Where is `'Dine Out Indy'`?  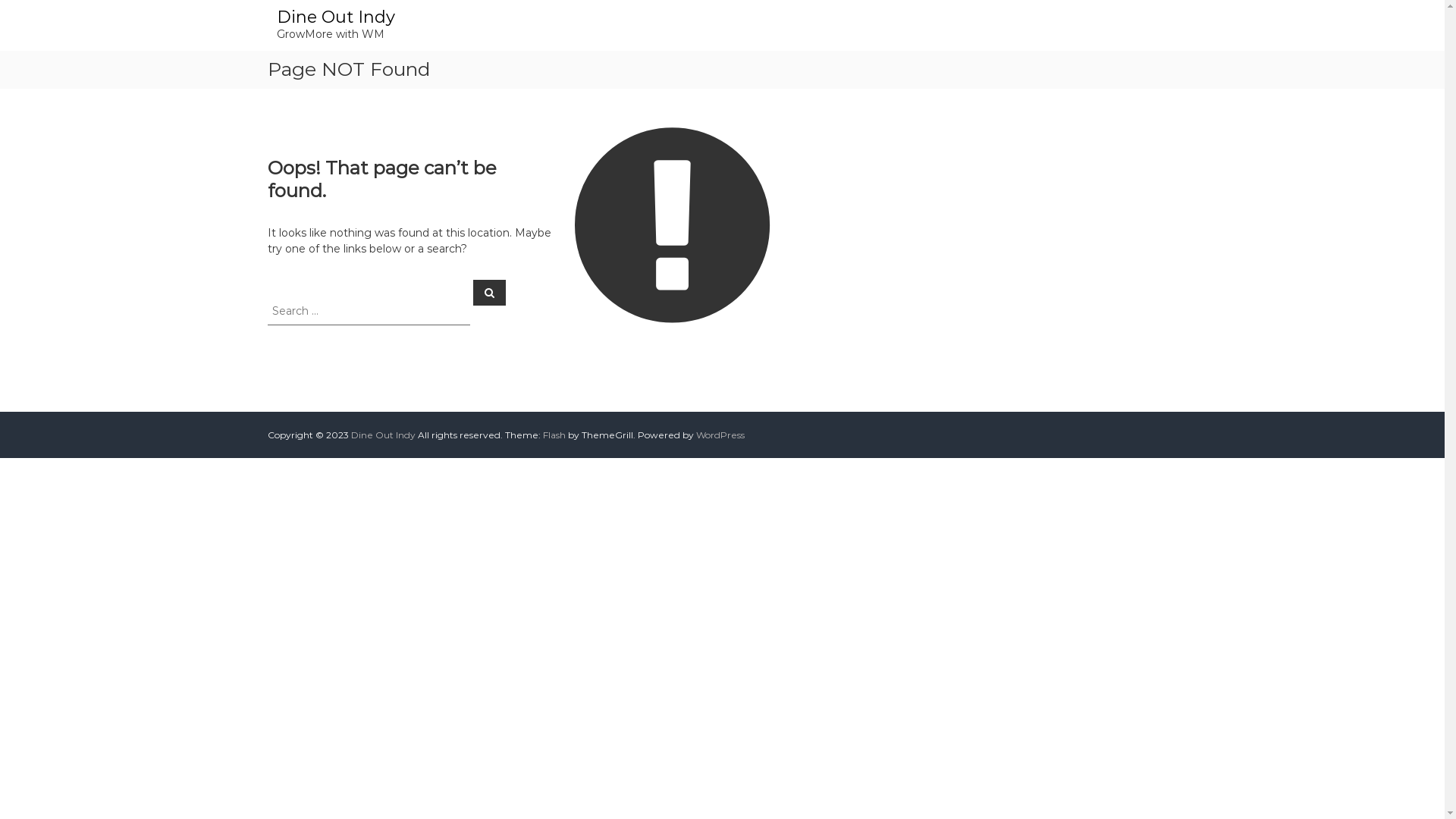 'Dine Out Indy' is located at coordinates (334, 17).